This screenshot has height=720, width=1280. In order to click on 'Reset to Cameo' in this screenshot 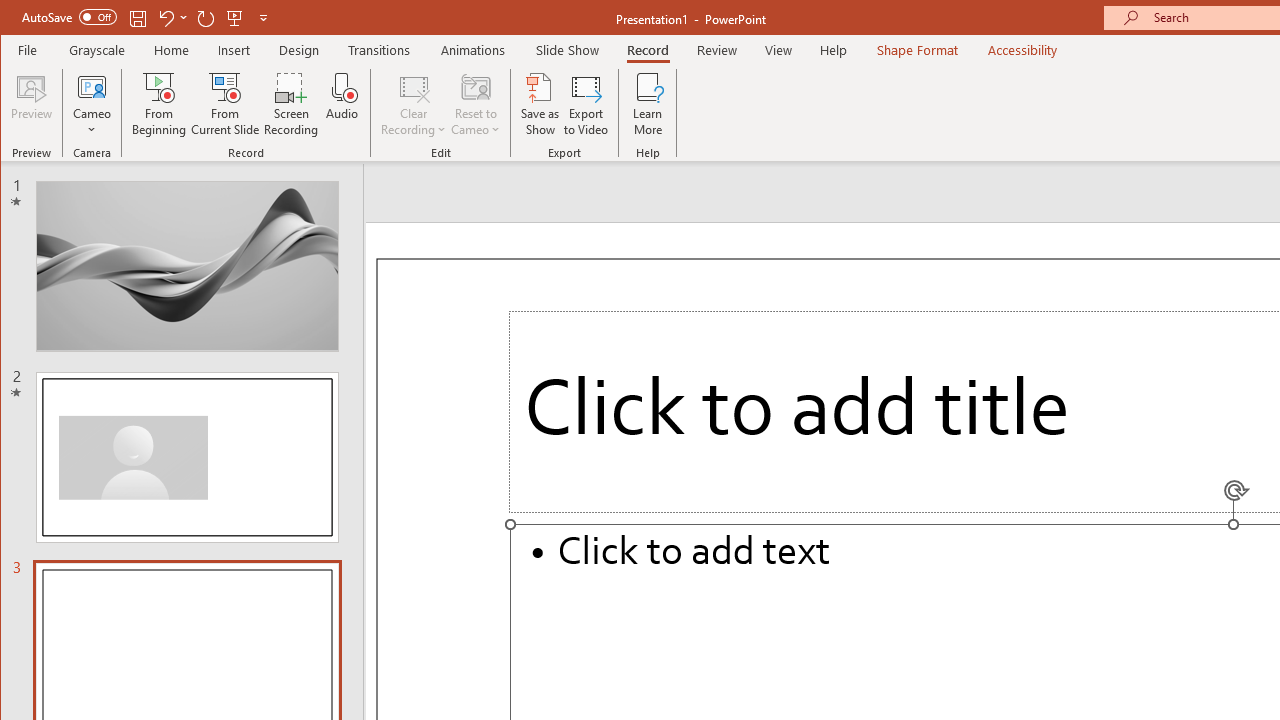, I will do `click(475, 104)`.